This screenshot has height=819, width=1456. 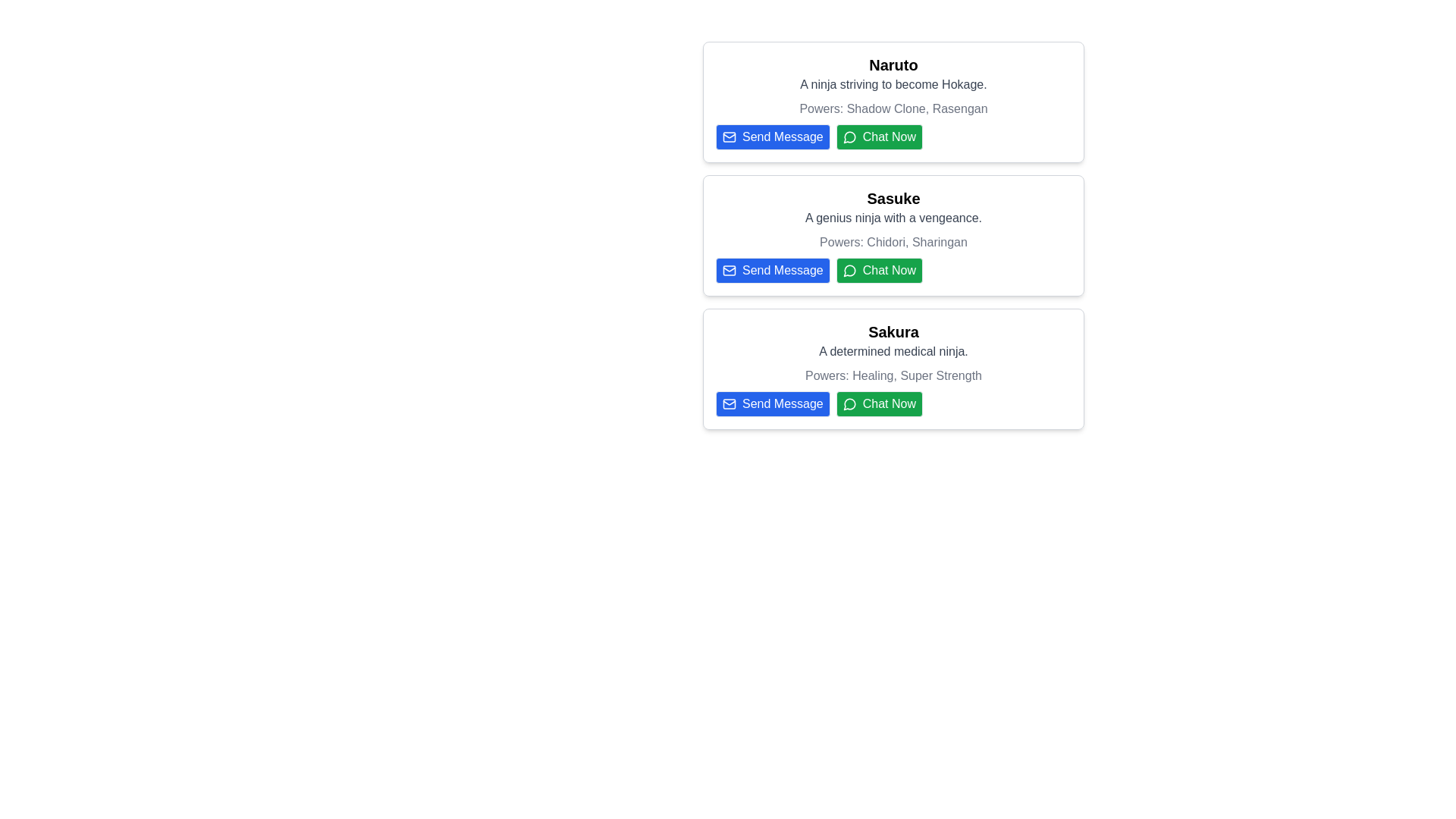 I want to click on the speech bubble icon with a green background located inside the 'Chat Now' button to initiate a chat, so click(x=849, y=270).